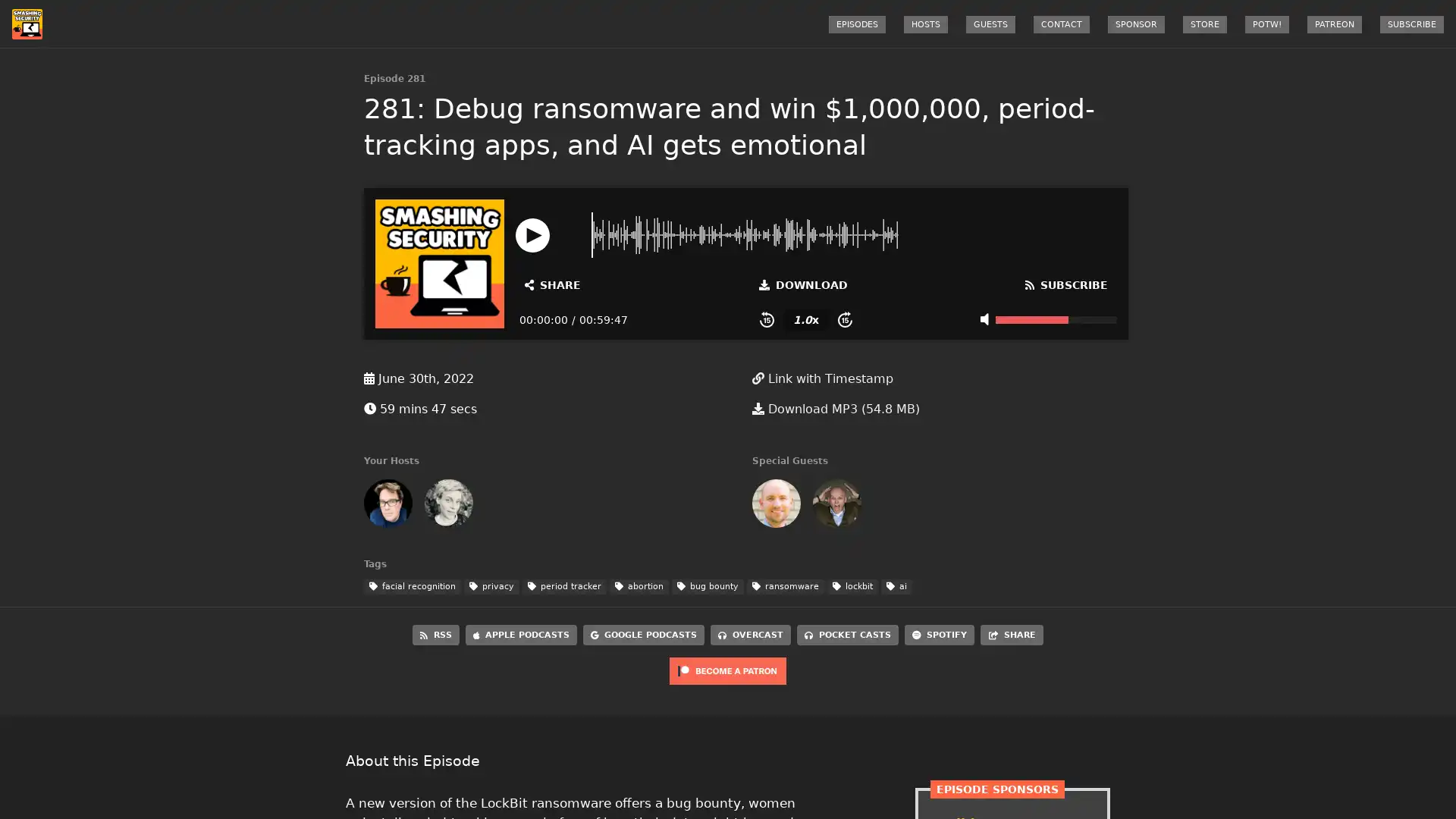 This screenshot has width=1456, height=819. Describe the element at coordinates (767, 318) in the screenshot. I see `Skip Back 15 Seconds` at that location.